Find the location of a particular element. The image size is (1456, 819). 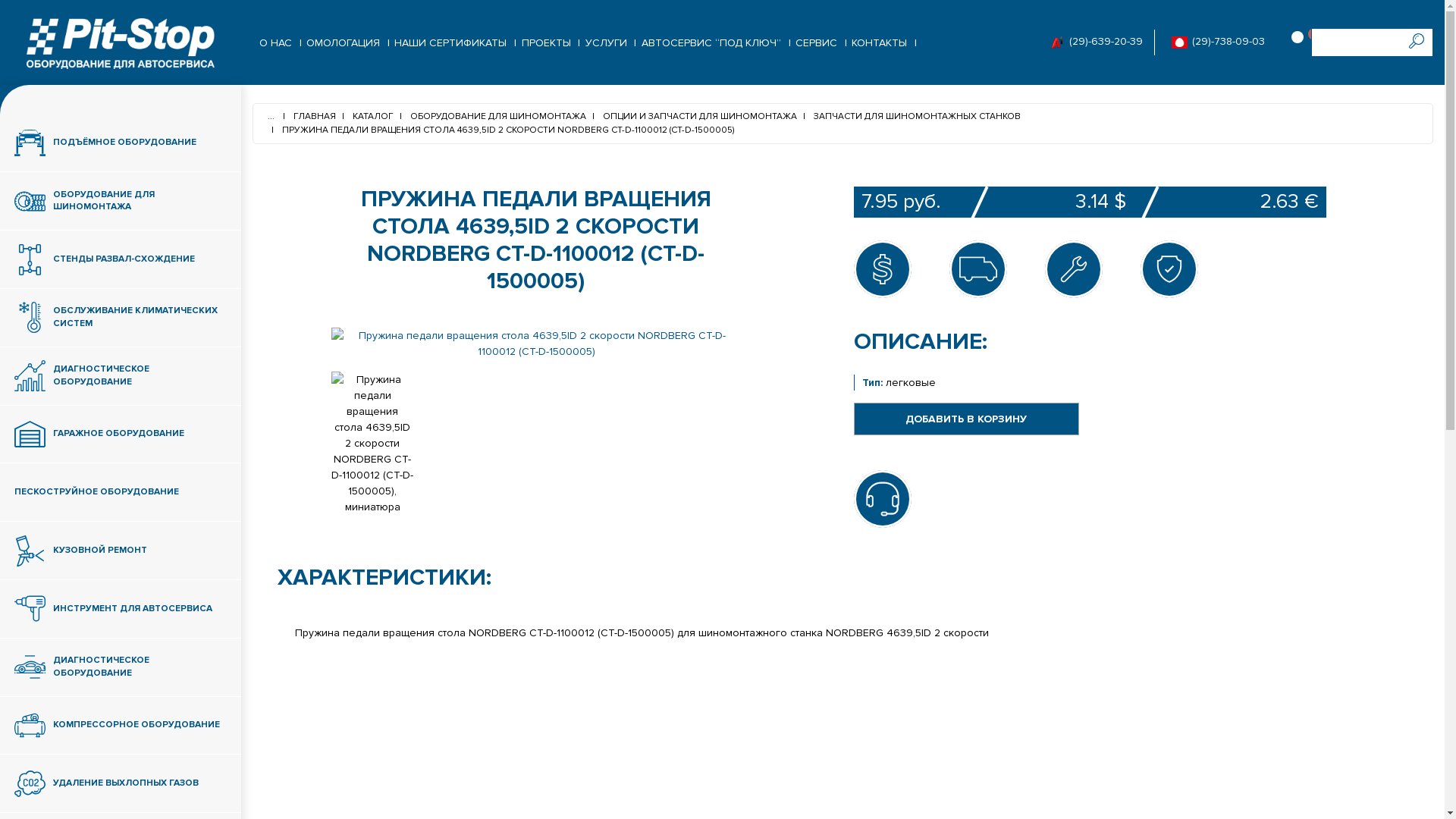

'0' is located at coordinates (1301, 42).